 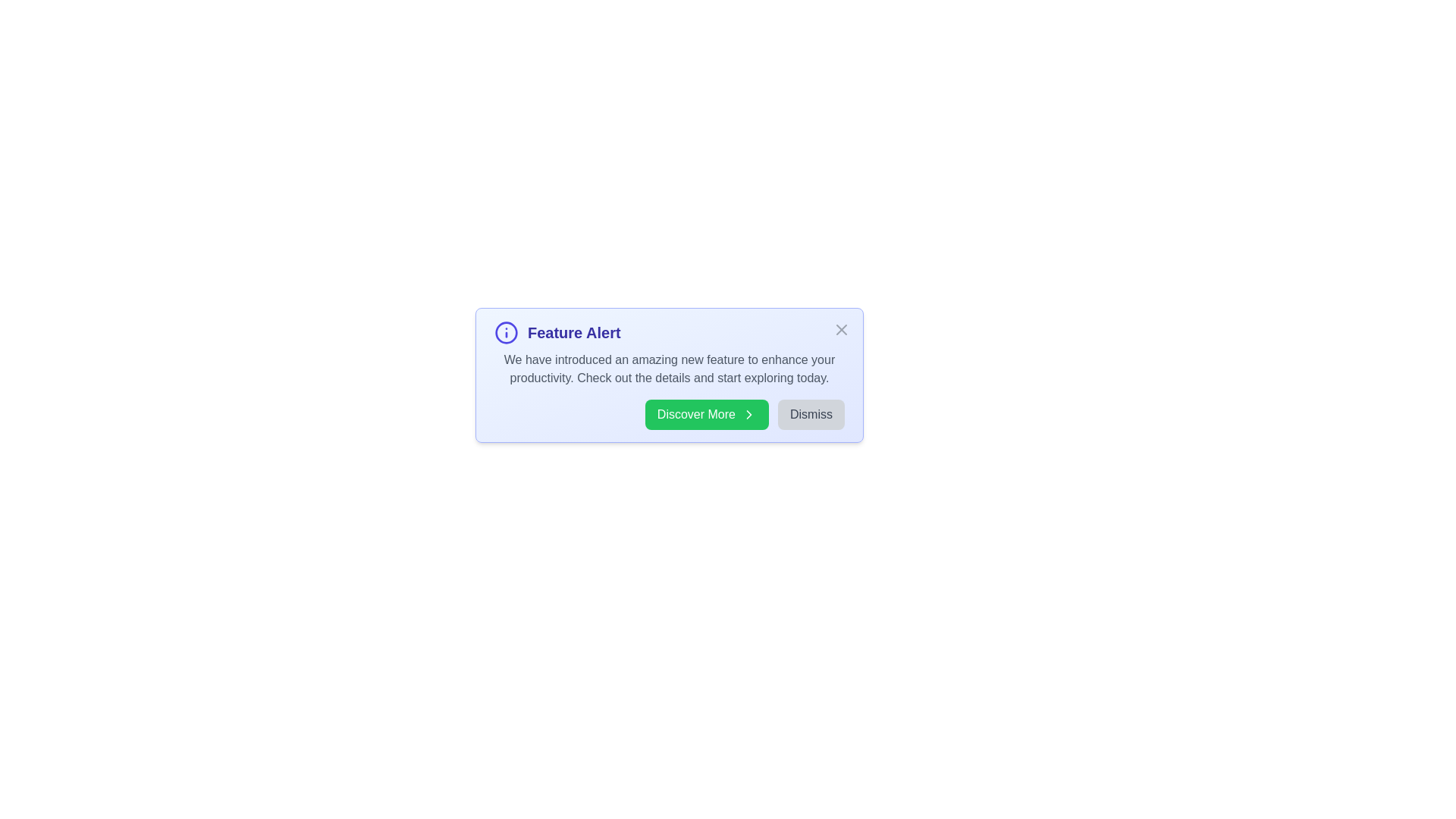 I want to click on the 'Discover More' button to see the hover effect, so click(x=705, y=415).